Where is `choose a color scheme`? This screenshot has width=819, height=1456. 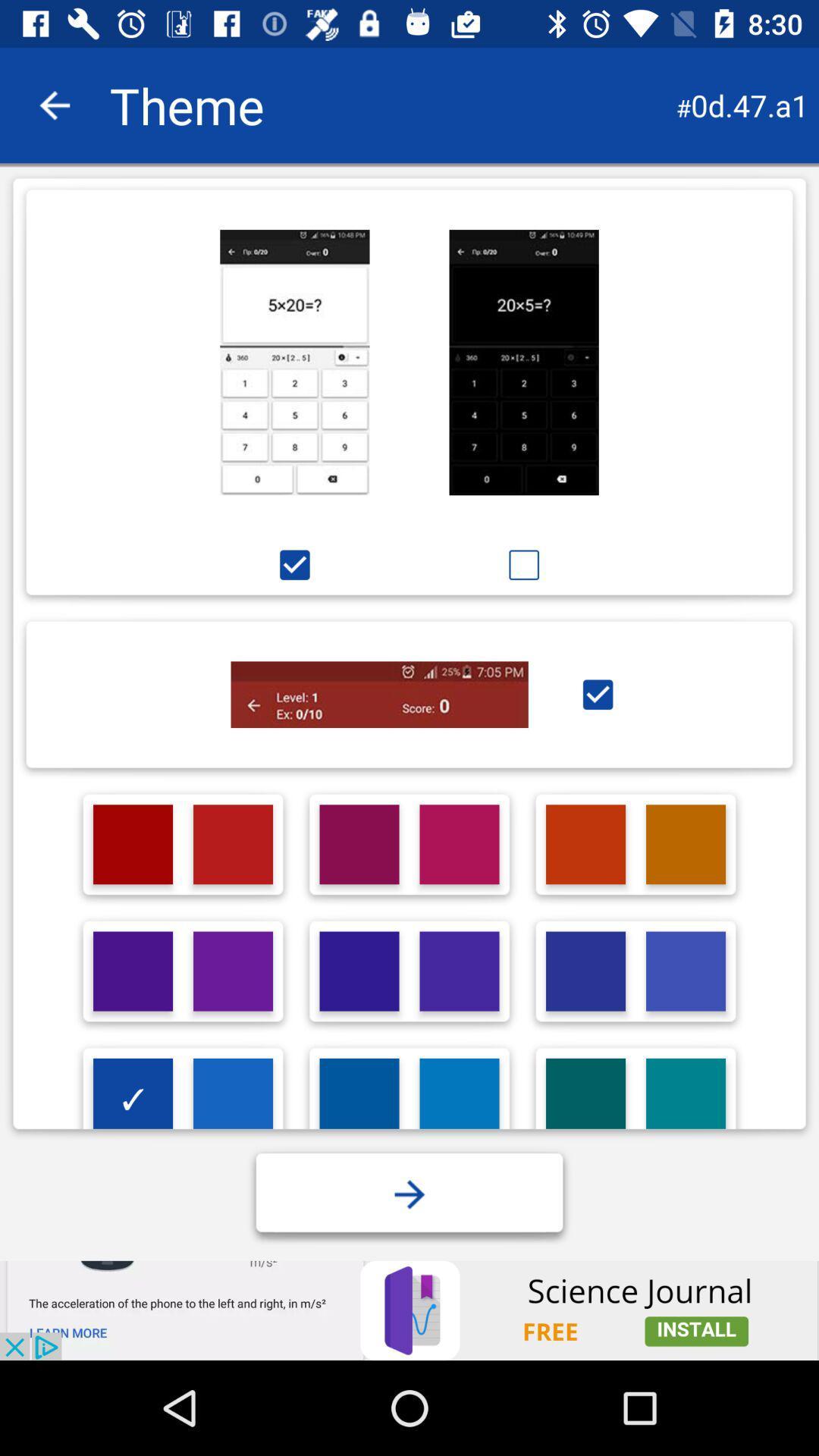
choose a color scheme is located at coordinates (359, 1098).